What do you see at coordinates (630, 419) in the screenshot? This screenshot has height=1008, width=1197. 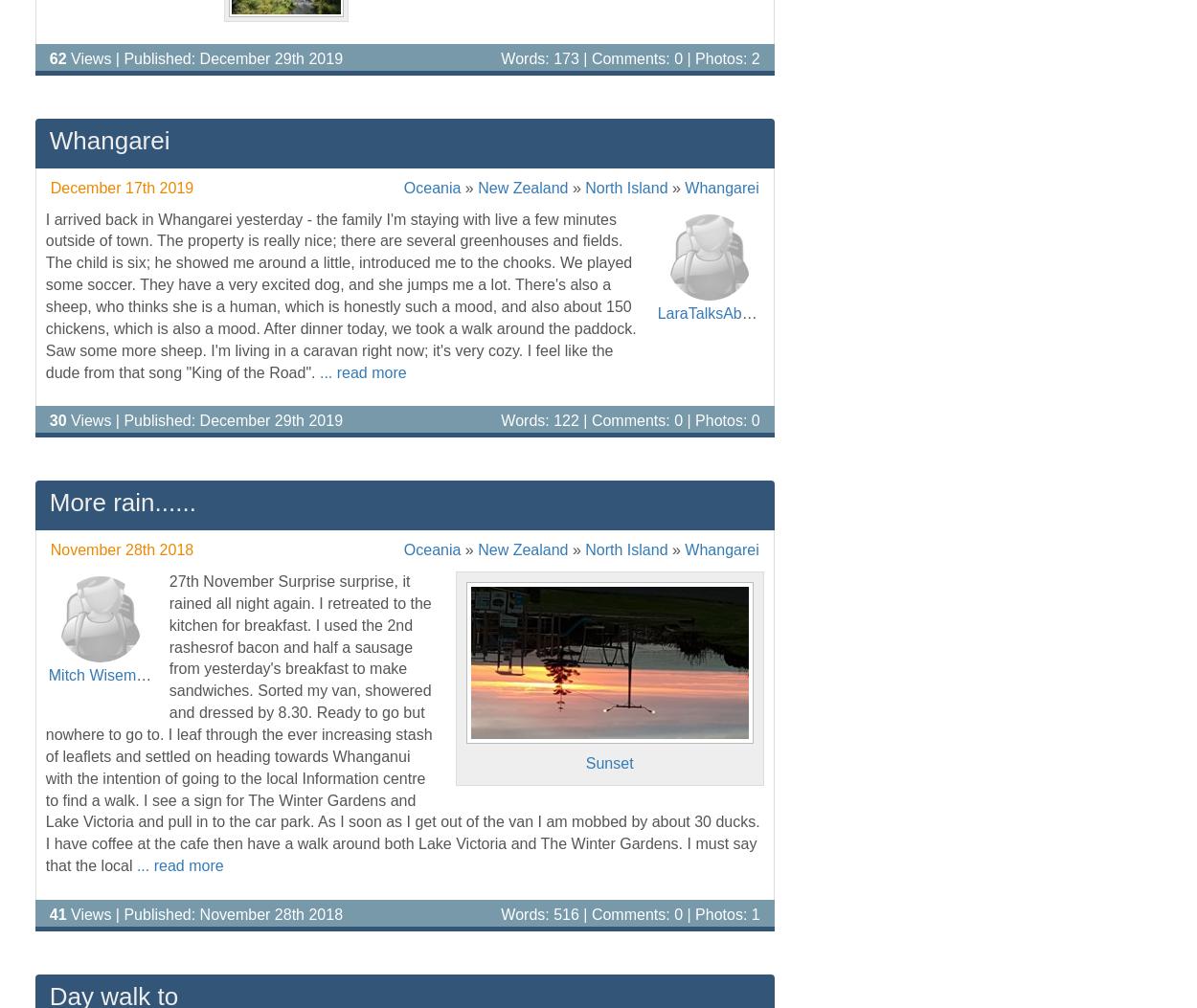 I see `'Words: 122 | Comments: 0 | Photos: 0'` at bounding box center [630, 419].